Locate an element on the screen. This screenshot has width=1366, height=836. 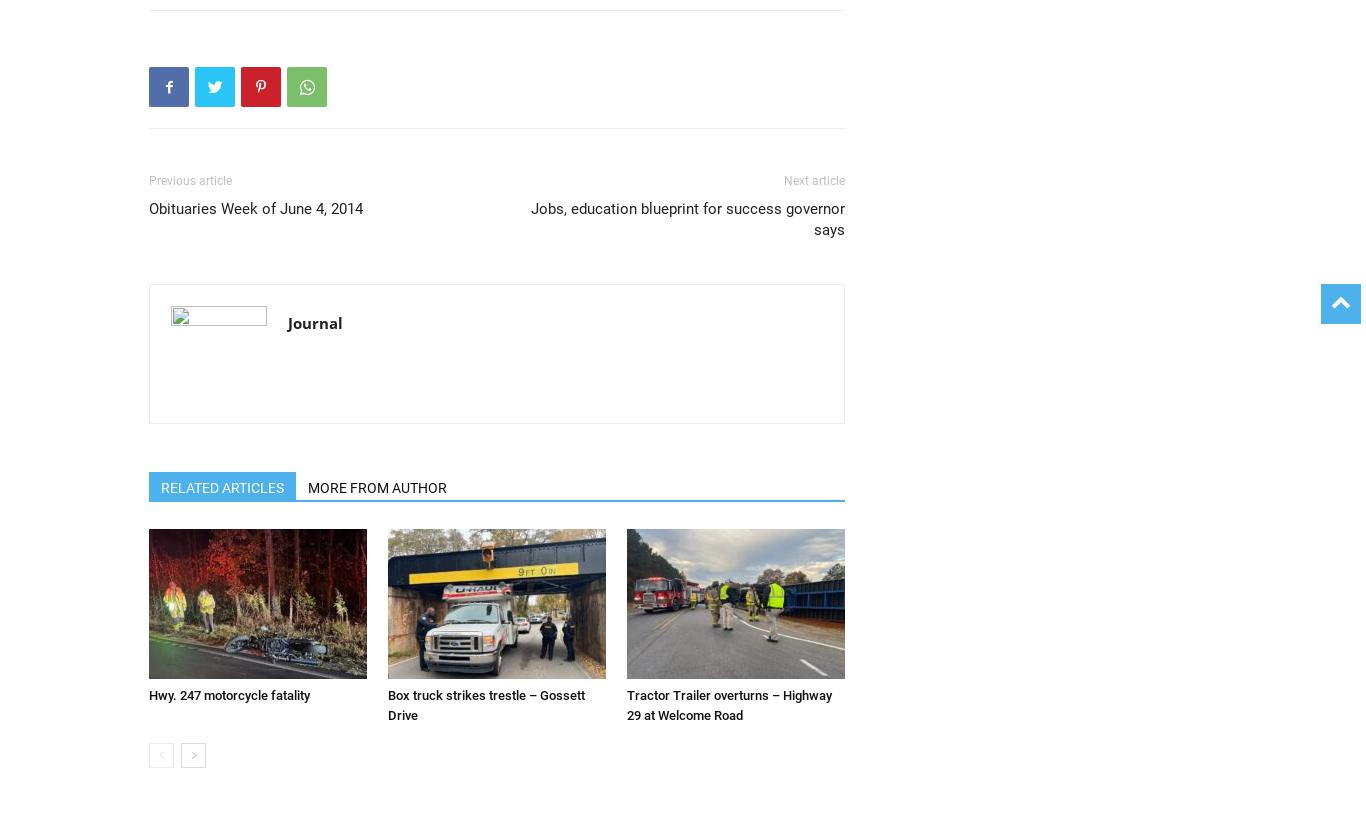
'Previous article' is located at coordinates (189, 179).